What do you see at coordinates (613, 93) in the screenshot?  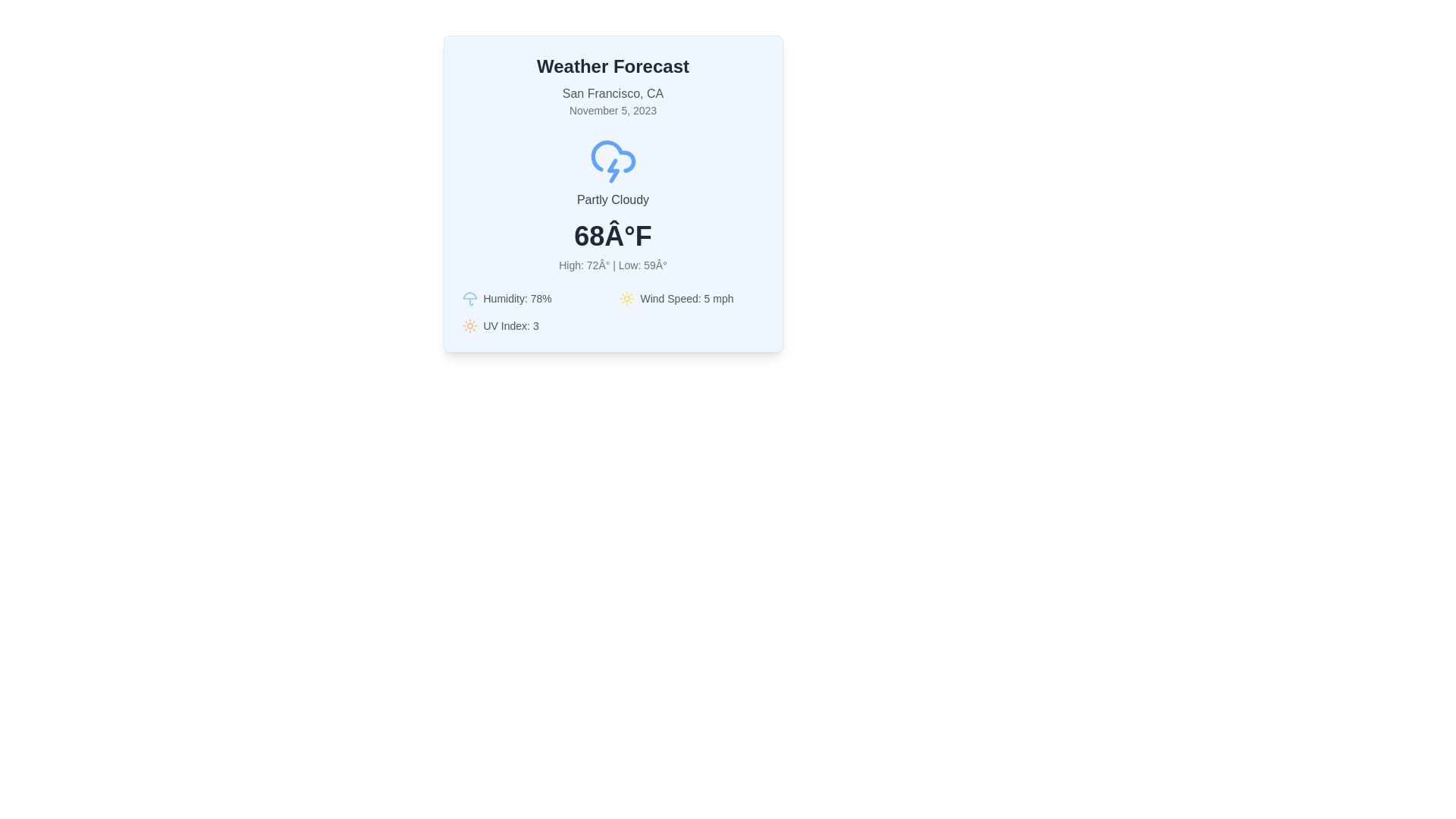 I see `the text label displaying 'San Francisco, CA' located within the weather-related informational card, positioned below 'Weather Forecast' and above 'November 5, 2023'` at bounding box center [613, 93].